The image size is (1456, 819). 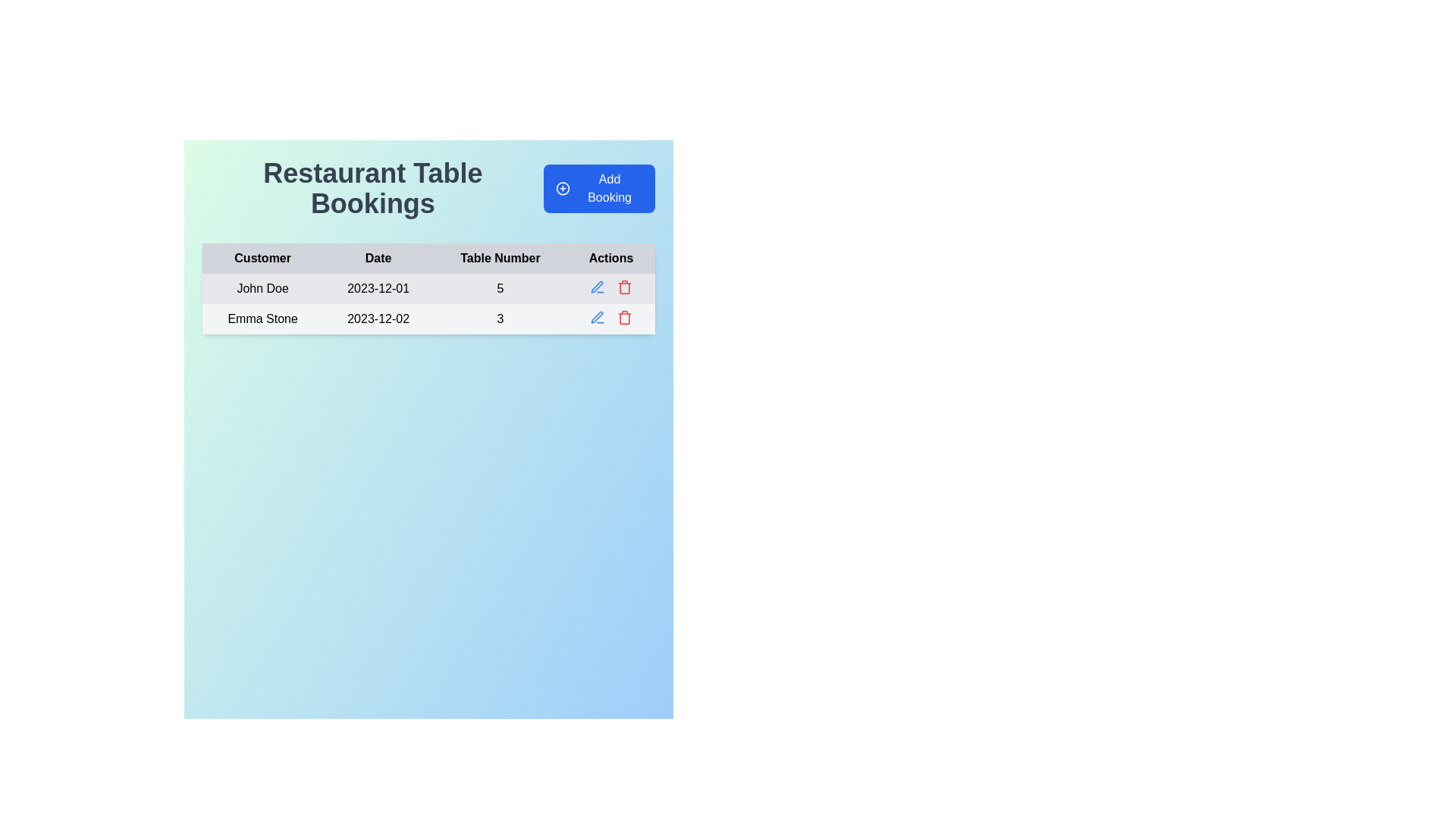 What do you see at coordinates (262, 257) in the screenshot?
I see `the 'Customer' text label, which is the first column header in a table with a light gray background` at bounding box center [262, 257].